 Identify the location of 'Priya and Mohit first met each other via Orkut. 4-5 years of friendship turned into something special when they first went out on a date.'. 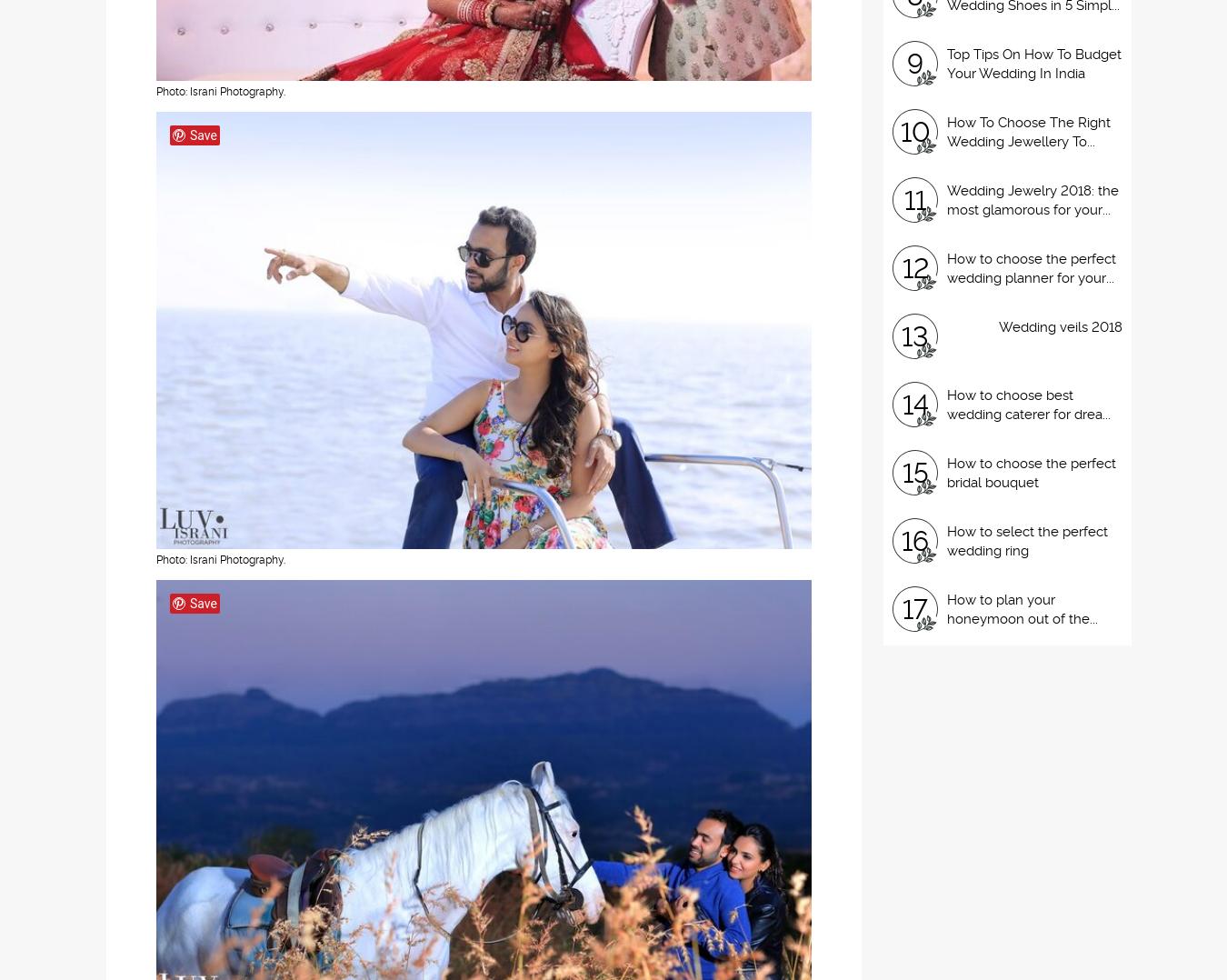
(228, 174).